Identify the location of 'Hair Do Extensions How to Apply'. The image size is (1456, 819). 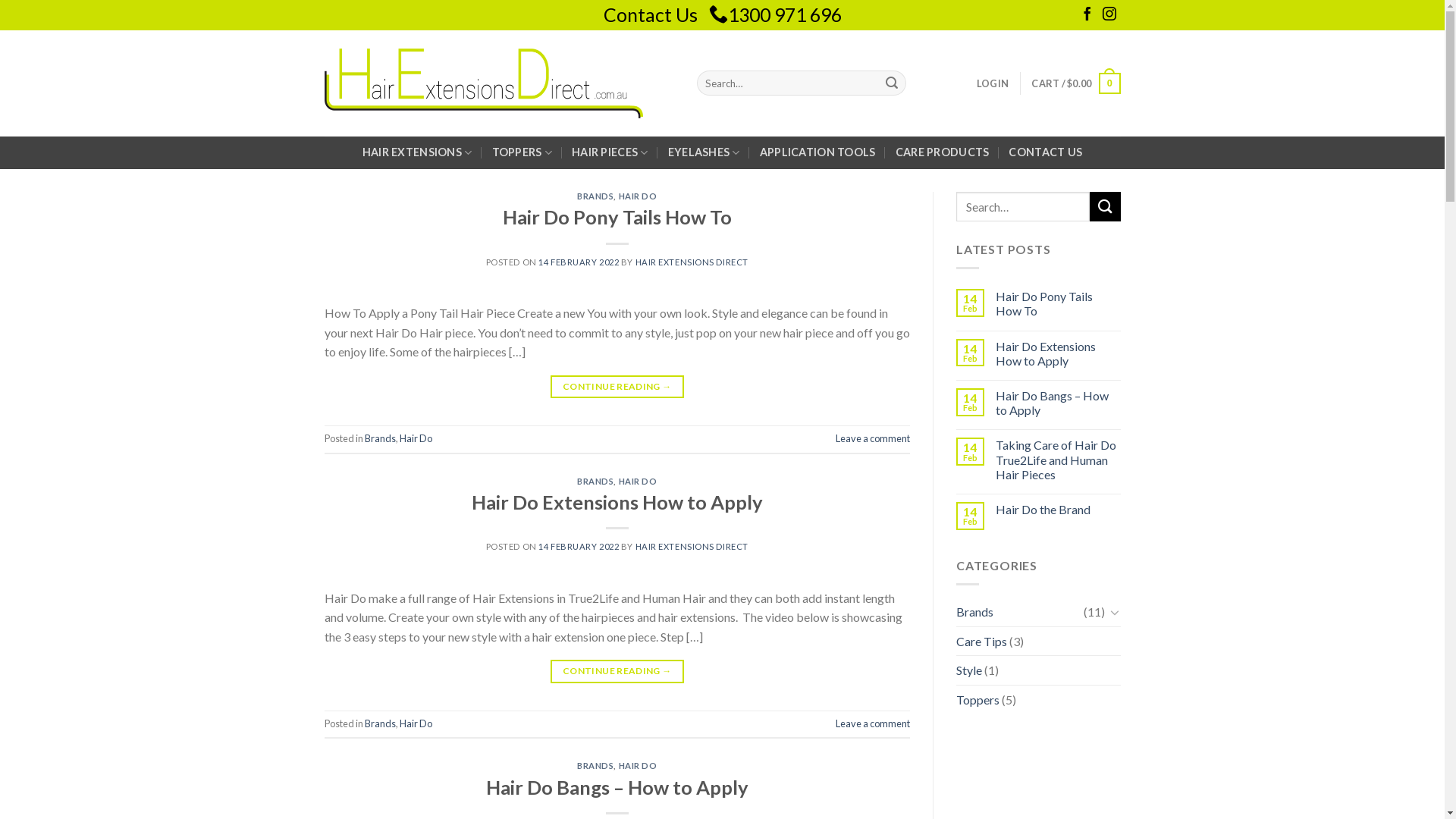
(617, 502).